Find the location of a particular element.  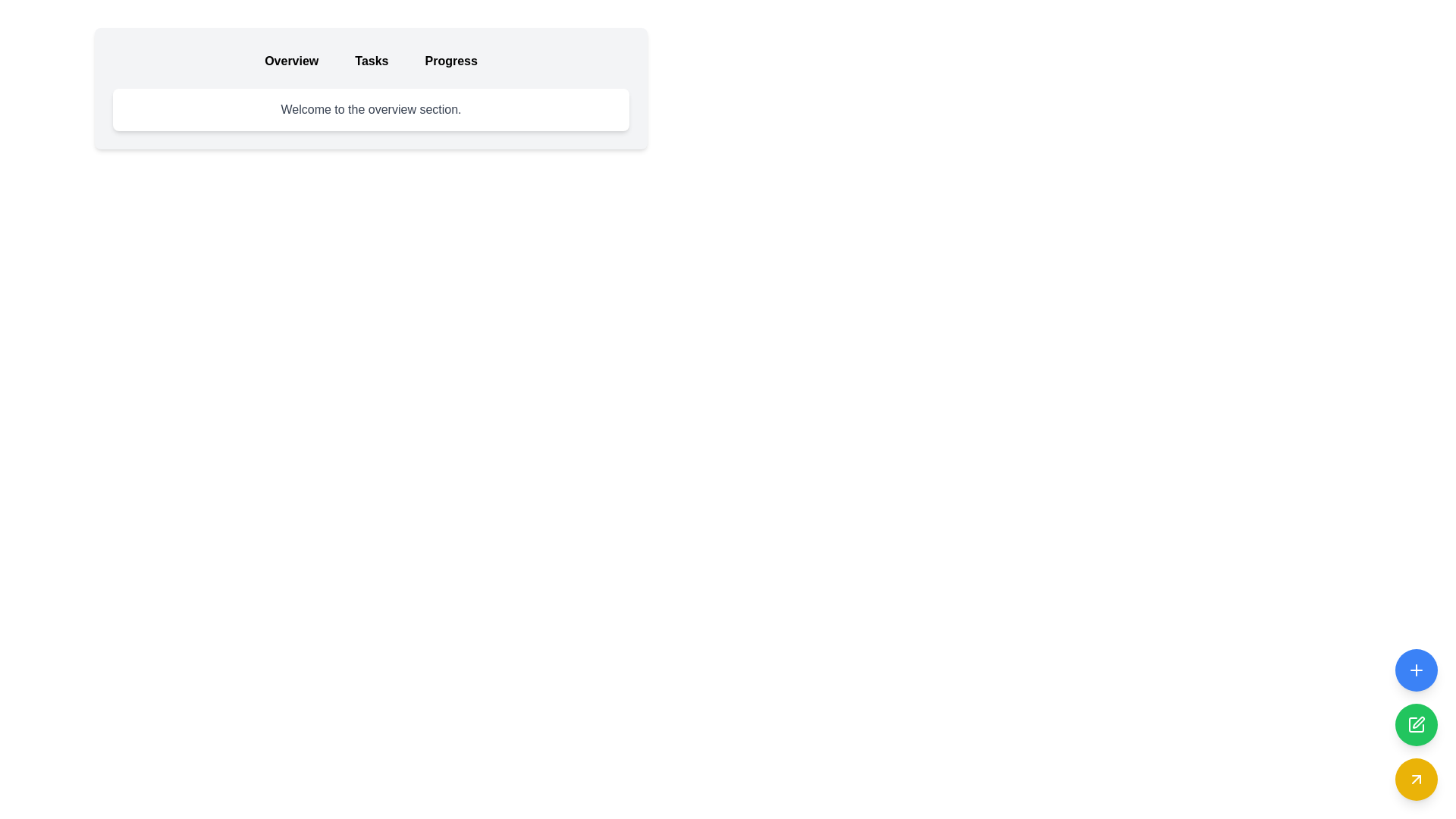

the 'Tasks' button, which is a rectangular button with bold, black text on a light gray background, located in the center top of the interface within the navigation bar is located at coordinates (372, 61).